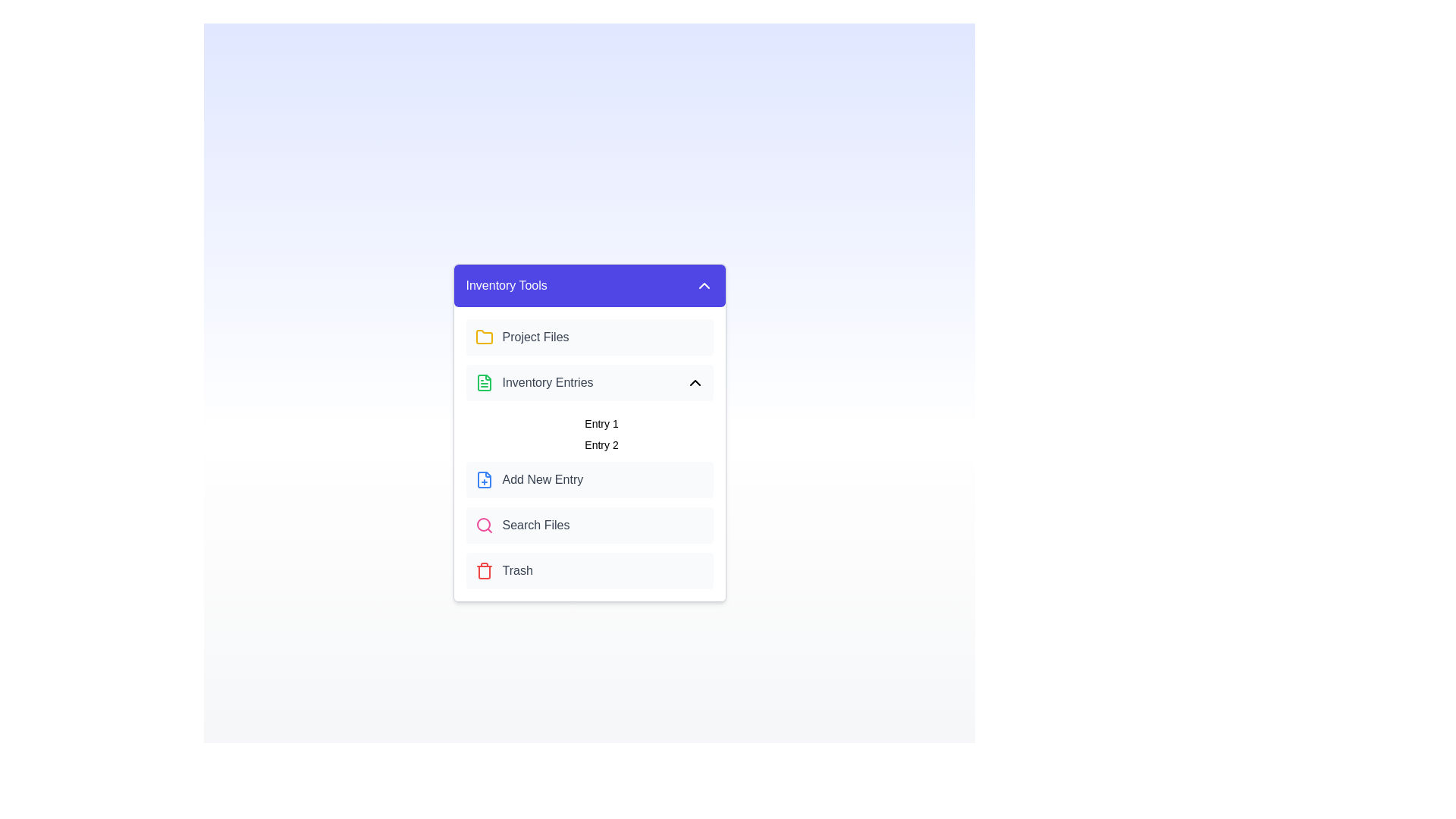 The width and height of the screenshot is (1456, 819). Describe the element at coordinates (588, 453) in the screenshot. I see `the second panel segment in the 'Inventory Tools' section` at that location.